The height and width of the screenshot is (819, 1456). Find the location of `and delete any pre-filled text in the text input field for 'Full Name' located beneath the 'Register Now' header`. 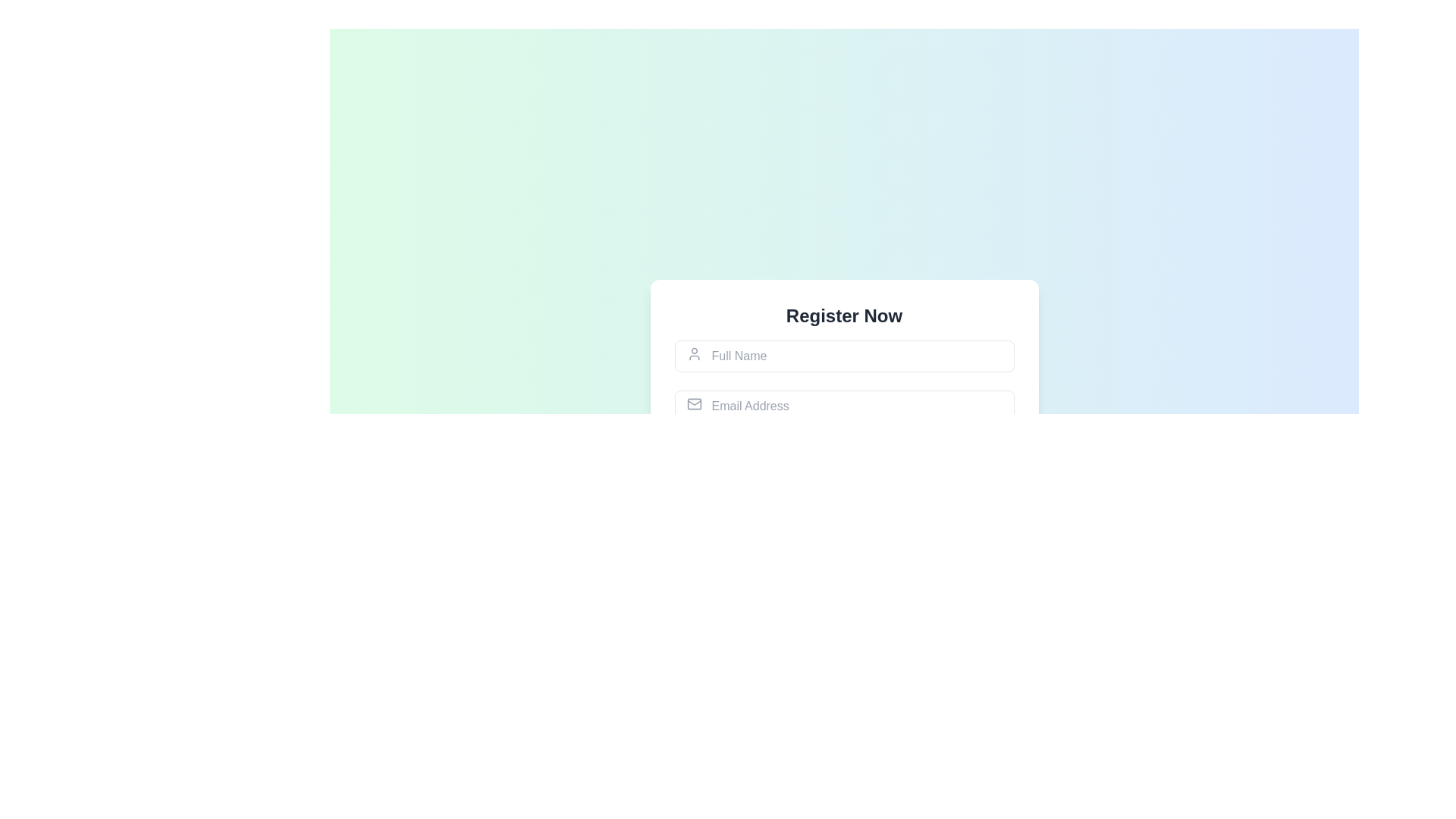

and delete any pre-filled text in the text input field for 'Full Name' located beneath the 'Register Now' header is located at coordinates (843, 356).